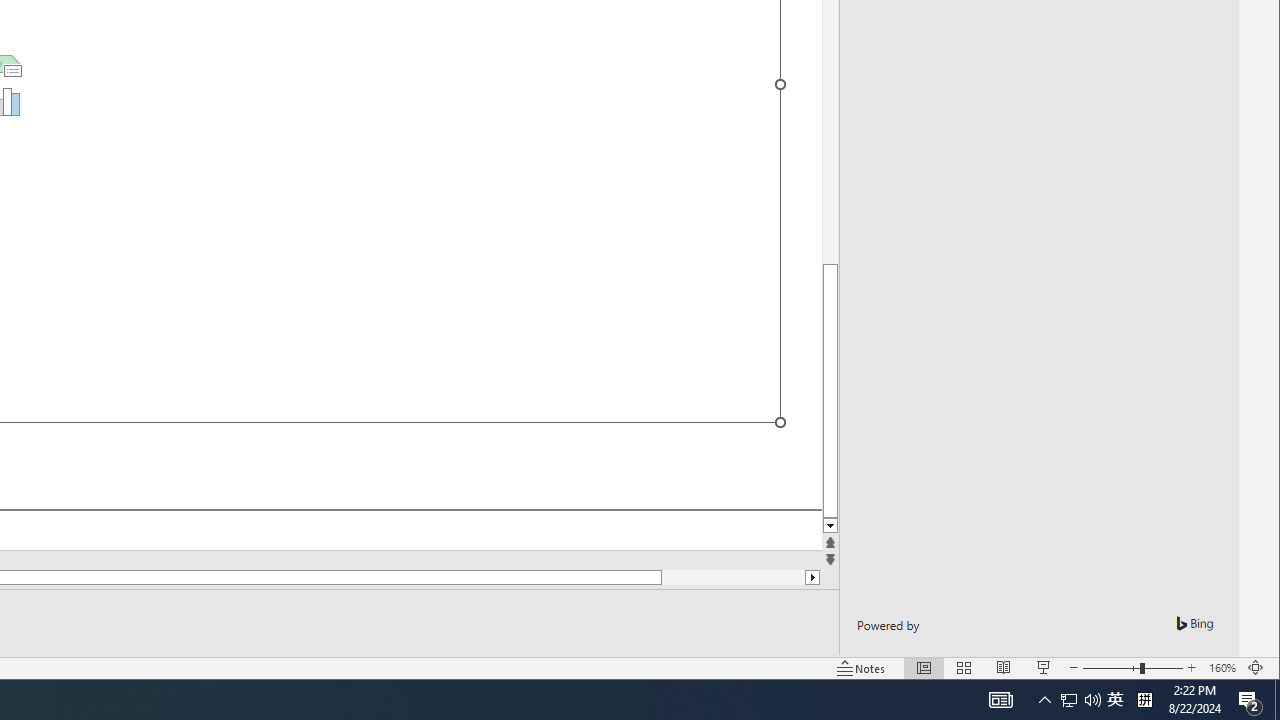 The width and height of the screenshot is (1280, 720). What do you see at coordinates (1221, 668) in the screenshot?
I see `'Zoom 160%'` at bounding box center [1221, 668].